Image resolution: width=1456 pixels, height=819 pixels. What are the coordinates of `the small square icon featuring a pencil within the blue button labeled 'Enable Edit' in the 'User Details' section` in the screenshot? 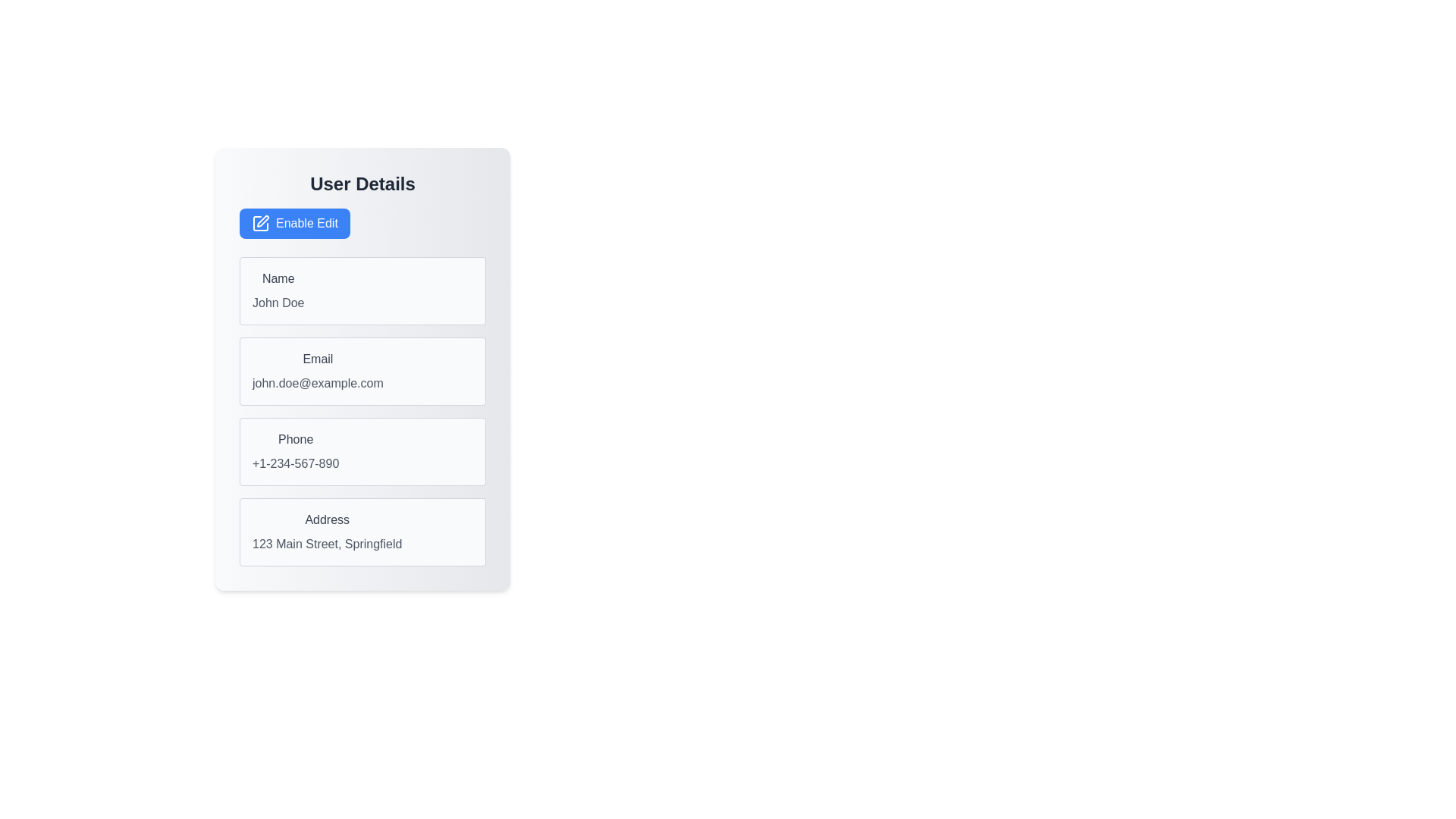 It's located at (261, 223).